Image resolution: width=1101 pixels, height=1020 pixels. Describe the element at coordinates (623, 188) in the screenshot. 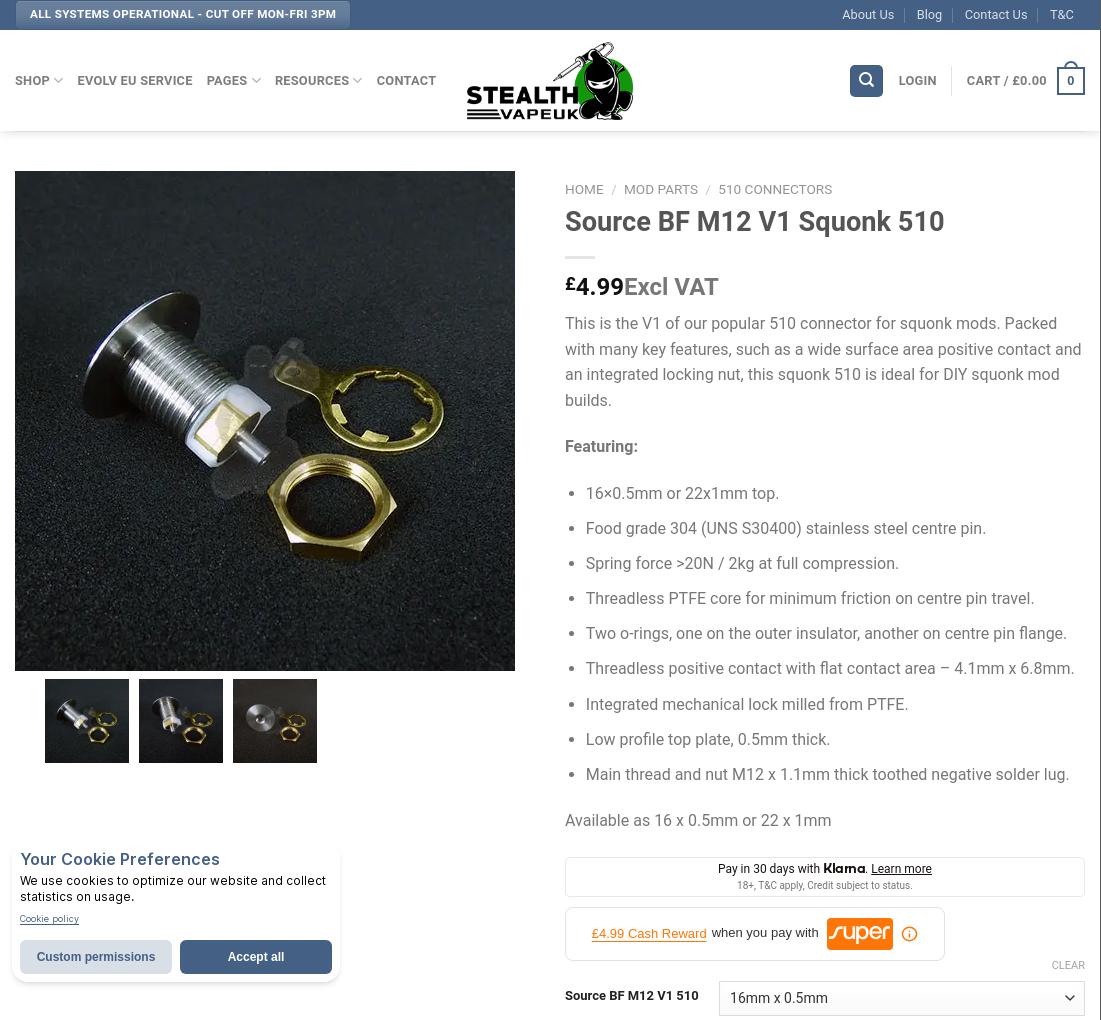

I see `'Mod Parts'` at that location.